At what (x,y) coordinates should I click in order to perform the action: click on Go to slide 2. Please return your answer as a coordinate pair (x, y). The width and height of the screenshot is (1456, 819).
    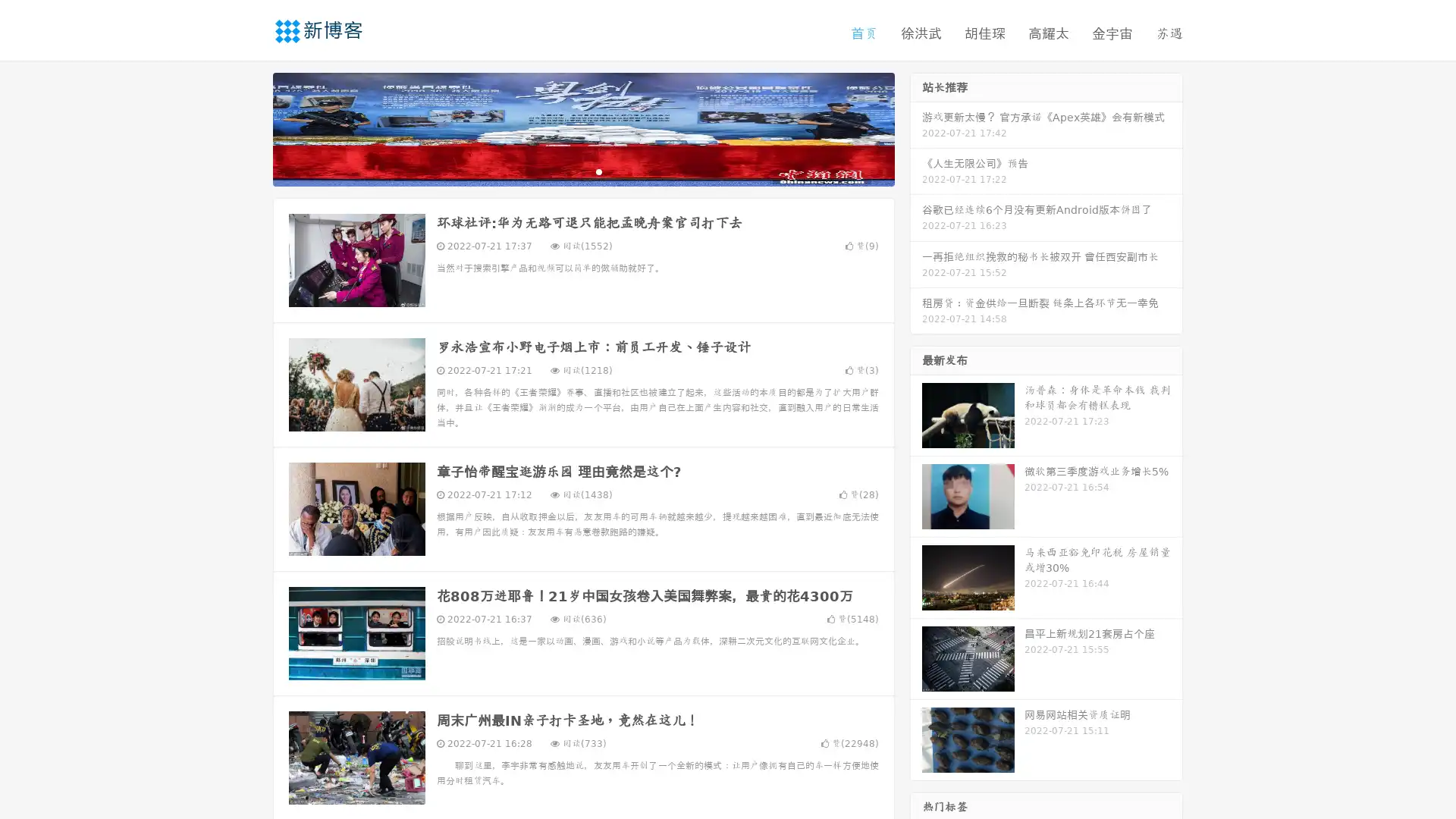
    Looking at the image, I should click on (582, 171).